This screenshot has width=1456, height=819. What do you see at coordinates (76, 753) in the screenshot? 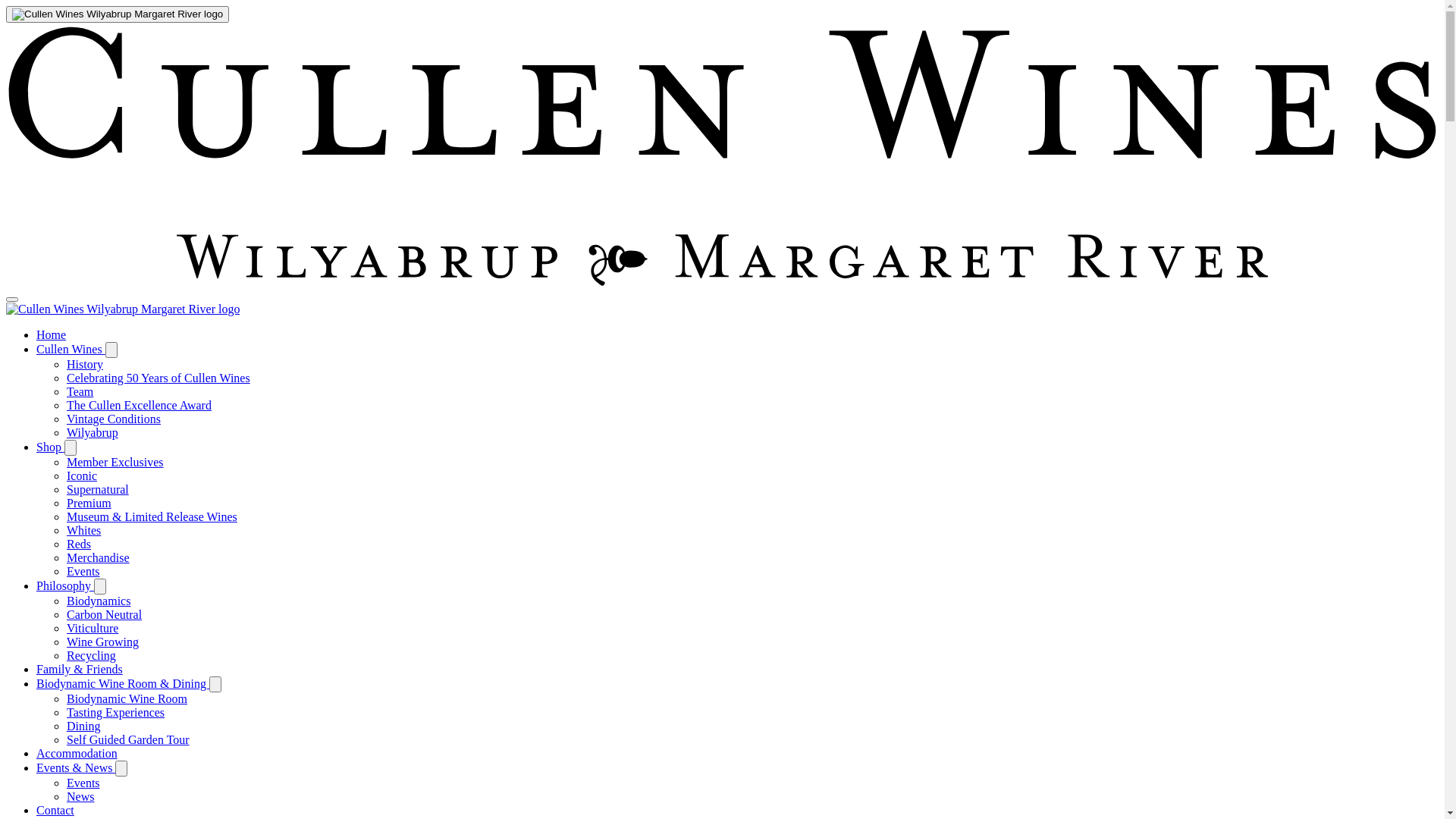
I see `'Accommodation'` at bounding box center [76, 753].